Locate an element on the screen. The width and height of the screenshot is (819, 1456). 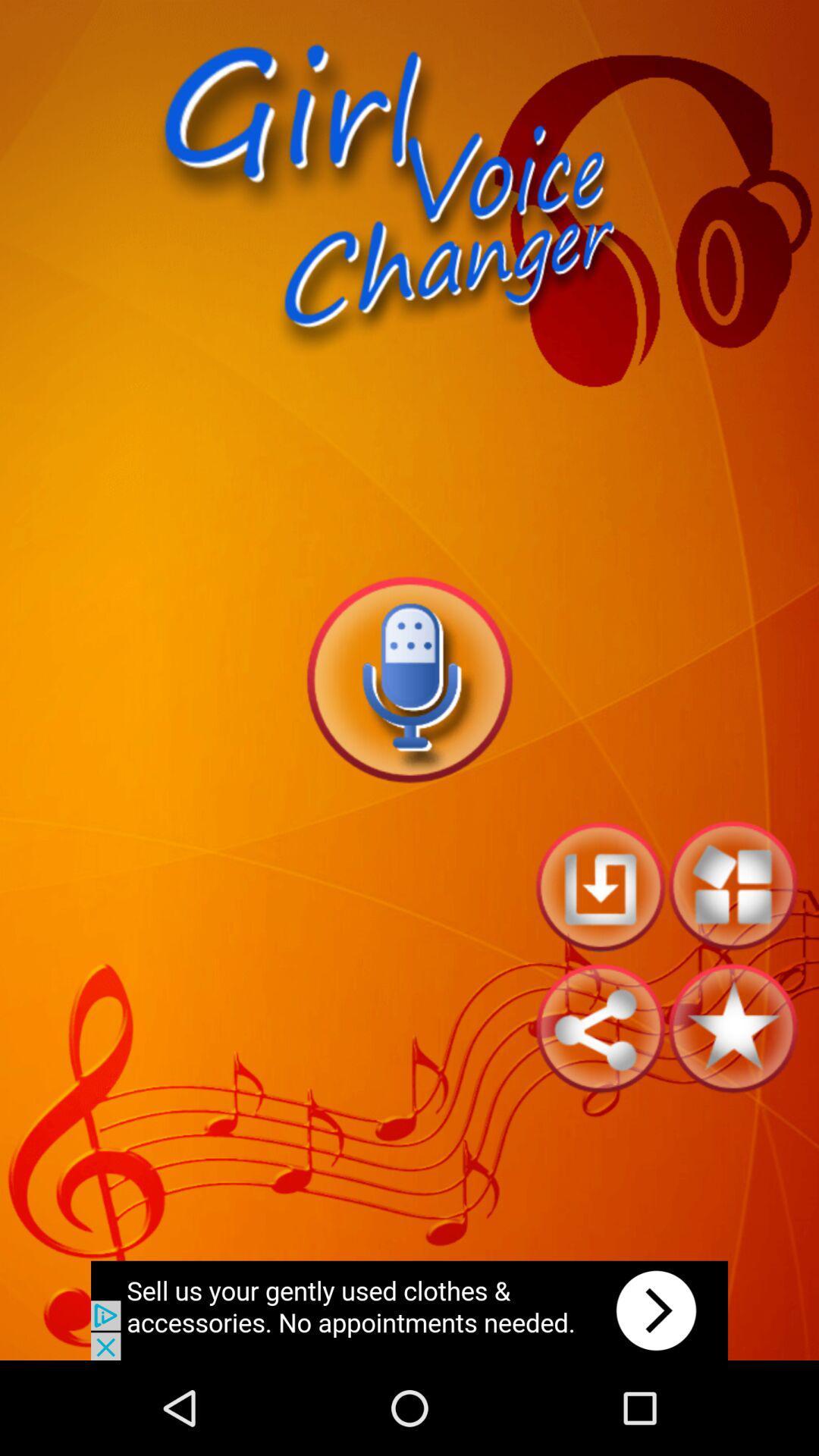
next is located at coordinates (409, 1310).